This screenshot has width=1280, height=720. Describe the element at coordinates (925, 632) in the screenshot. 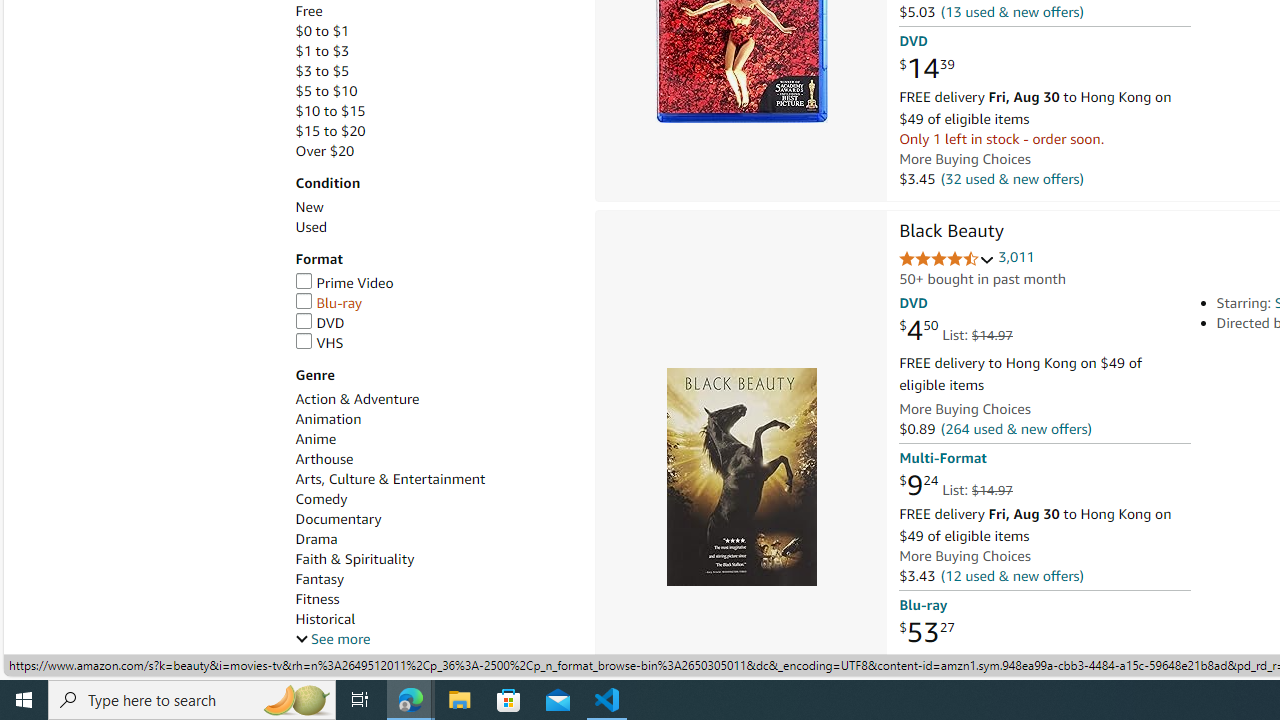

I see `'$53.27'` at that location.